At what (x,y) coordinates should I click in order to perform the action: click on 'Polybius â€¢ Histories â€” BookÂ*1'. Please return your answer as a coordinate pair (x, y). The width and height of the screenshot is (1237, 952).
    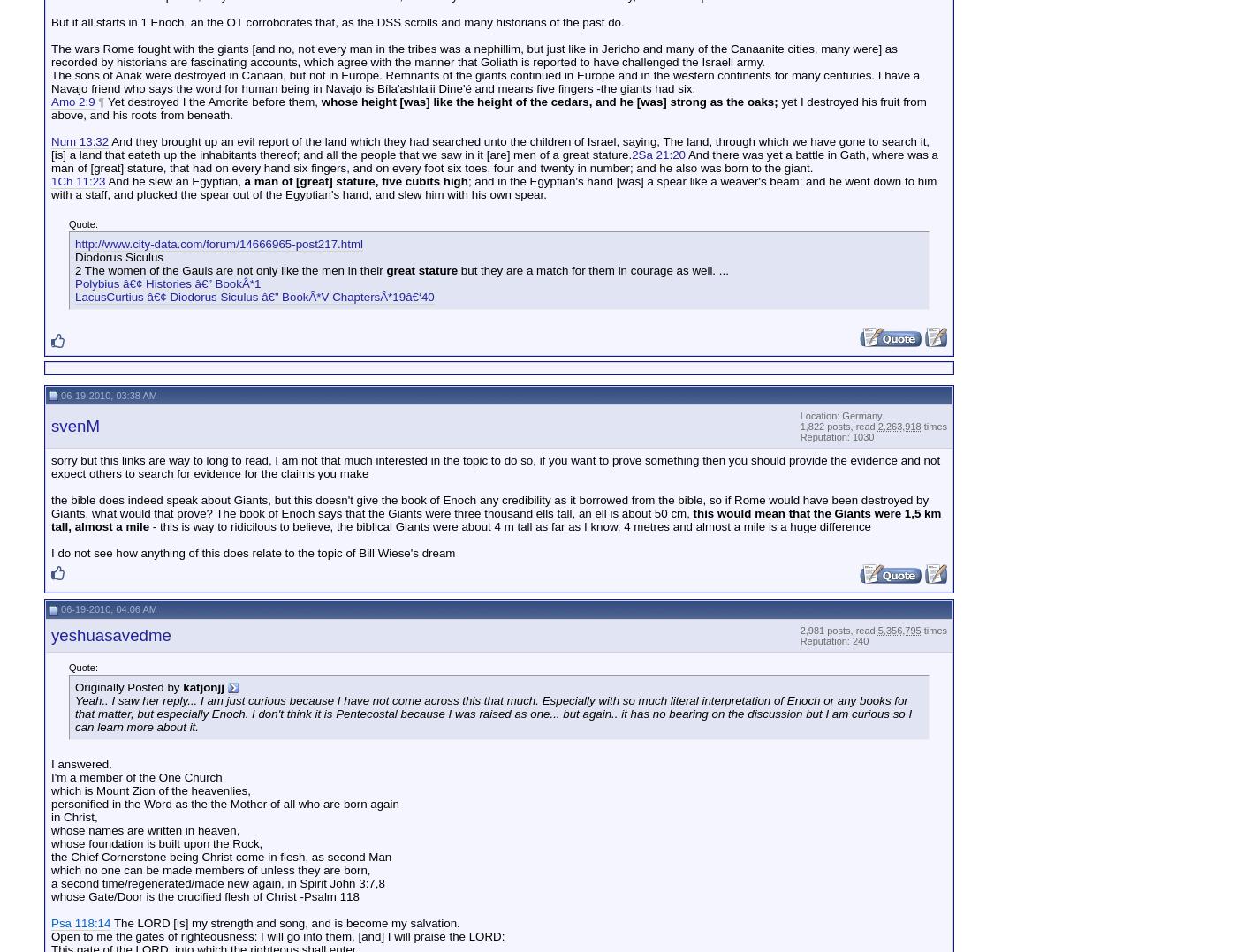
    Looking at the image, I should click on (167, 282).